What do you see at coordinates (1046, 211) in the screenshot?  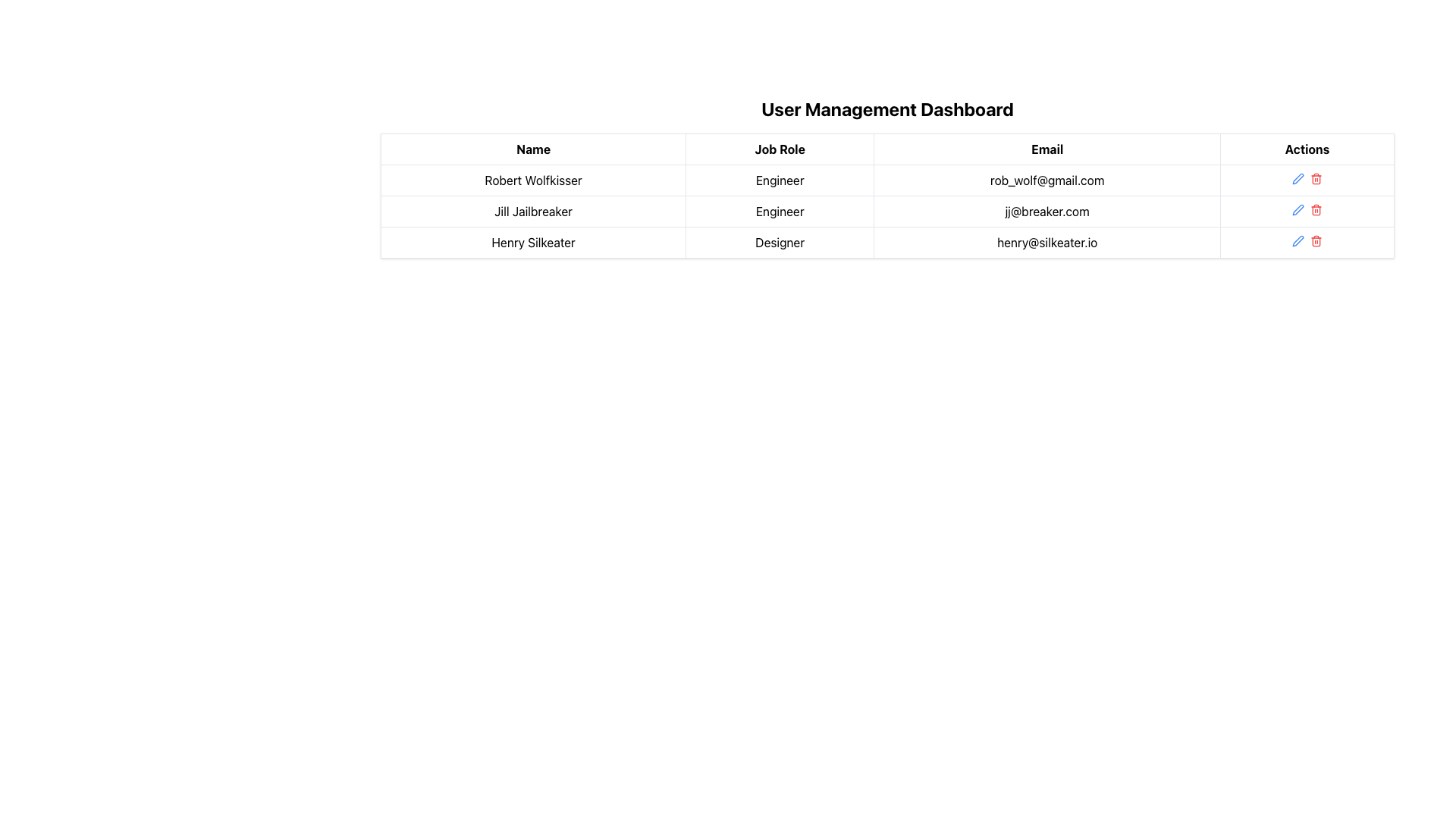 I see `the read-only email text field displaying 'Jill Jailbreaker'` at bounding box center [1046, 211].